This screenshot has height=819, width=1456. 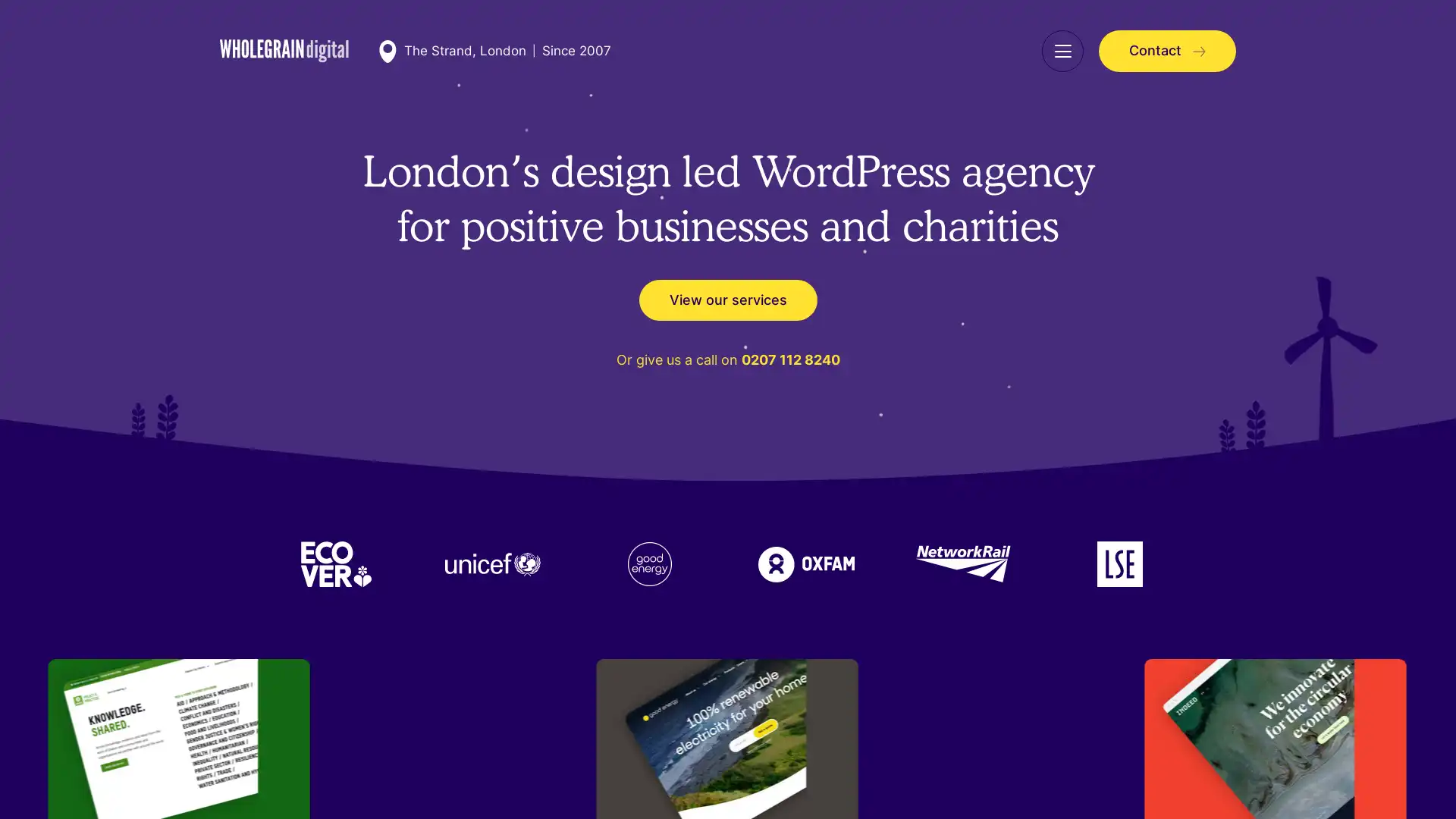 I want to click on Open menu, so click(x=1062, y=50).